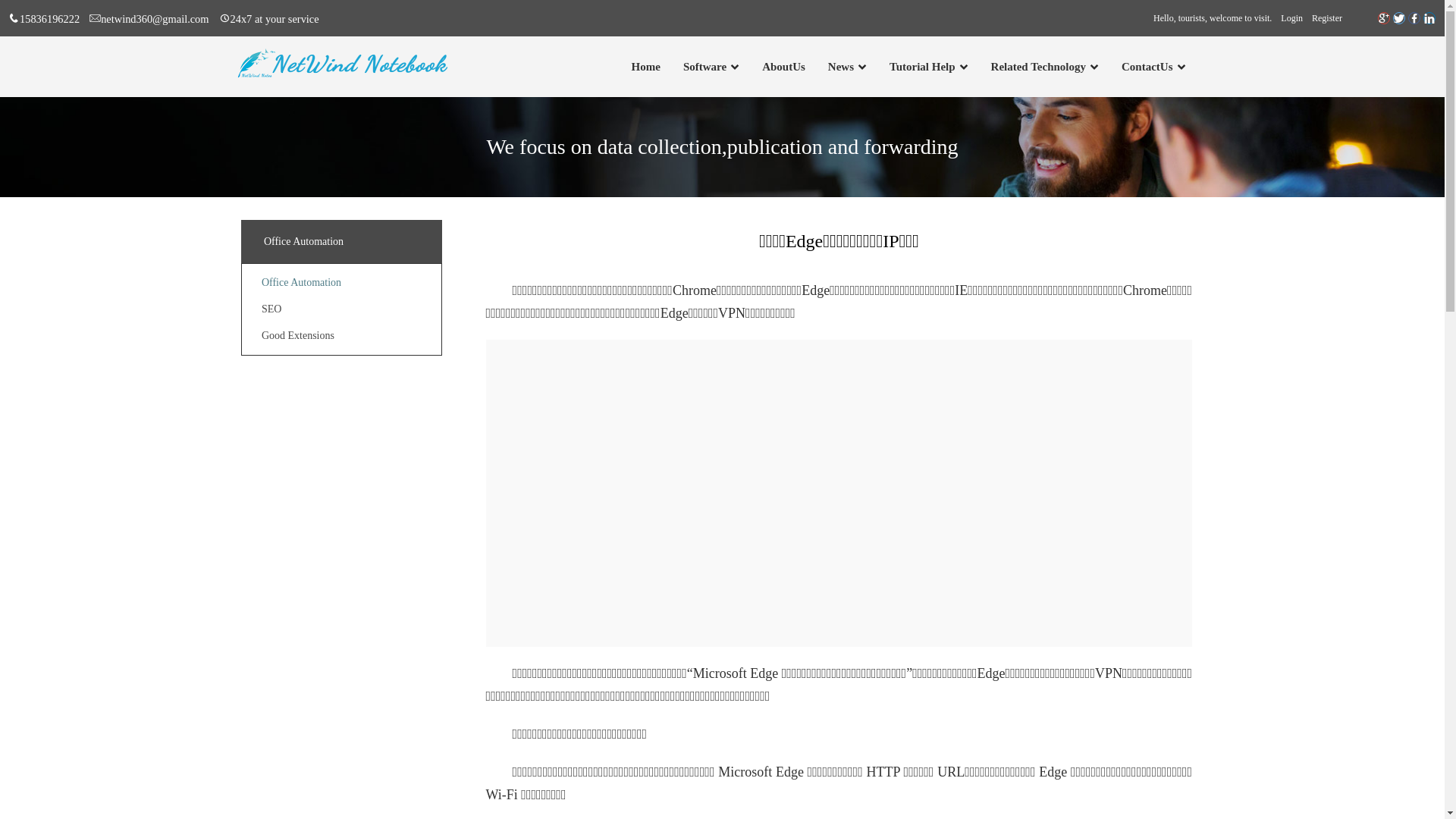 The height and width of the screenshot is (819, 1456). What do you see at coordinates (271, 308) in the screenshot?
I see `'SEO'` at bounding box center [271, 308].